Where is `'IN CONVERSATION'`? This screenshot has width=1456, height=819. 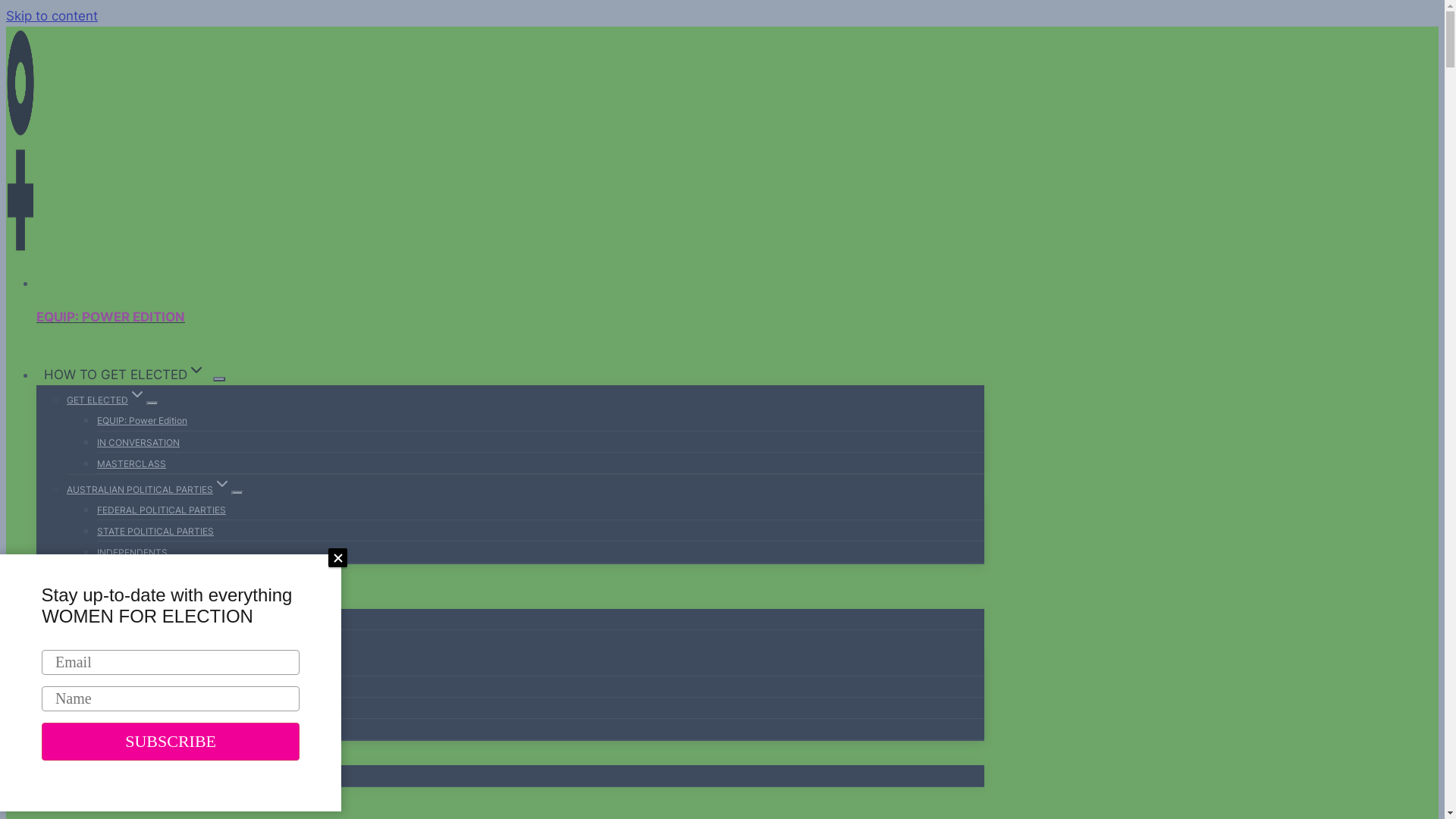
'IN CONVERSATION' is located at coordinates (138, 442).